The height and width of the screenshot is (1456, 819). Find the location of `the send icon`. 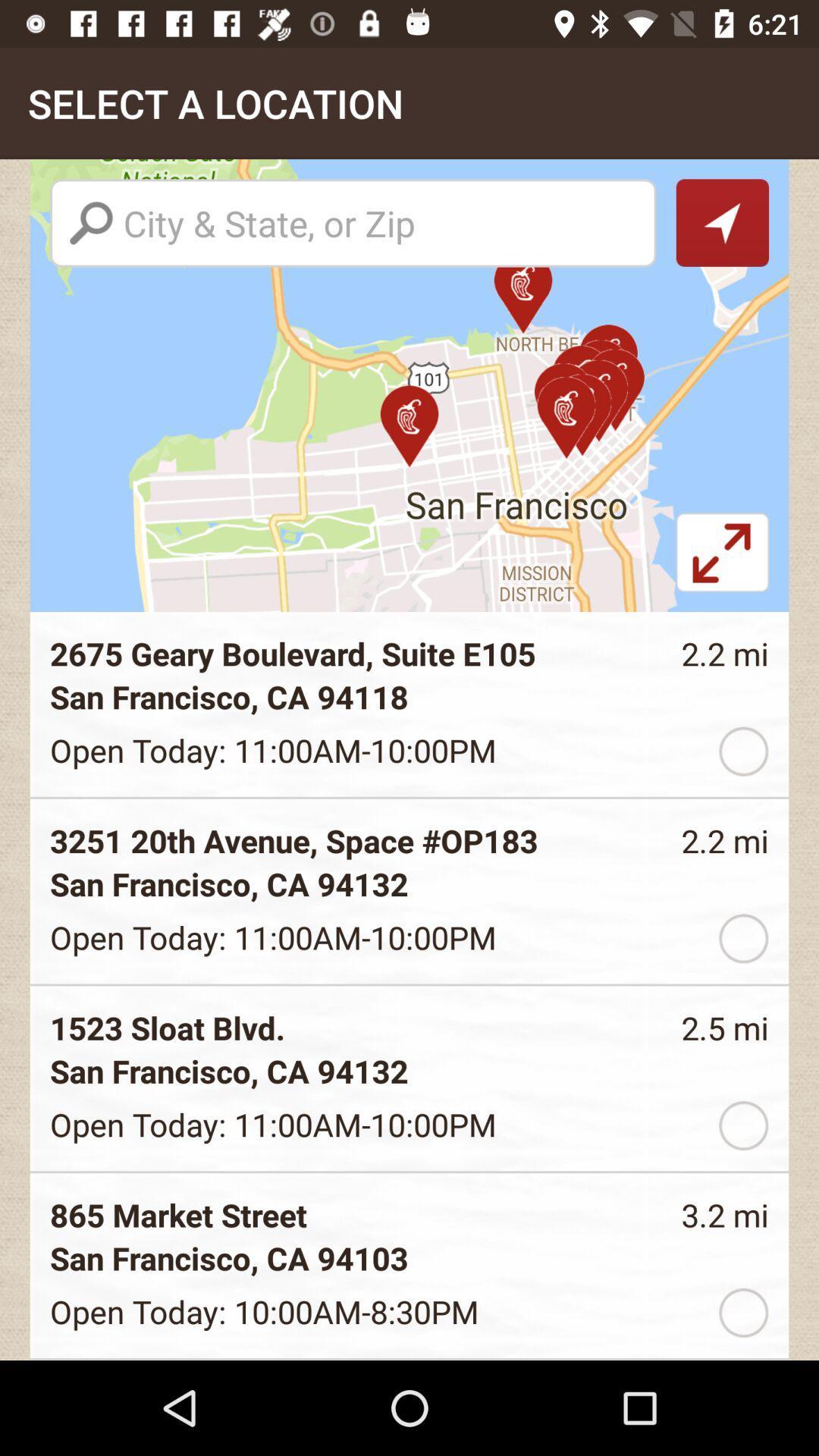

the send icon is located at coordinates (721, 221).